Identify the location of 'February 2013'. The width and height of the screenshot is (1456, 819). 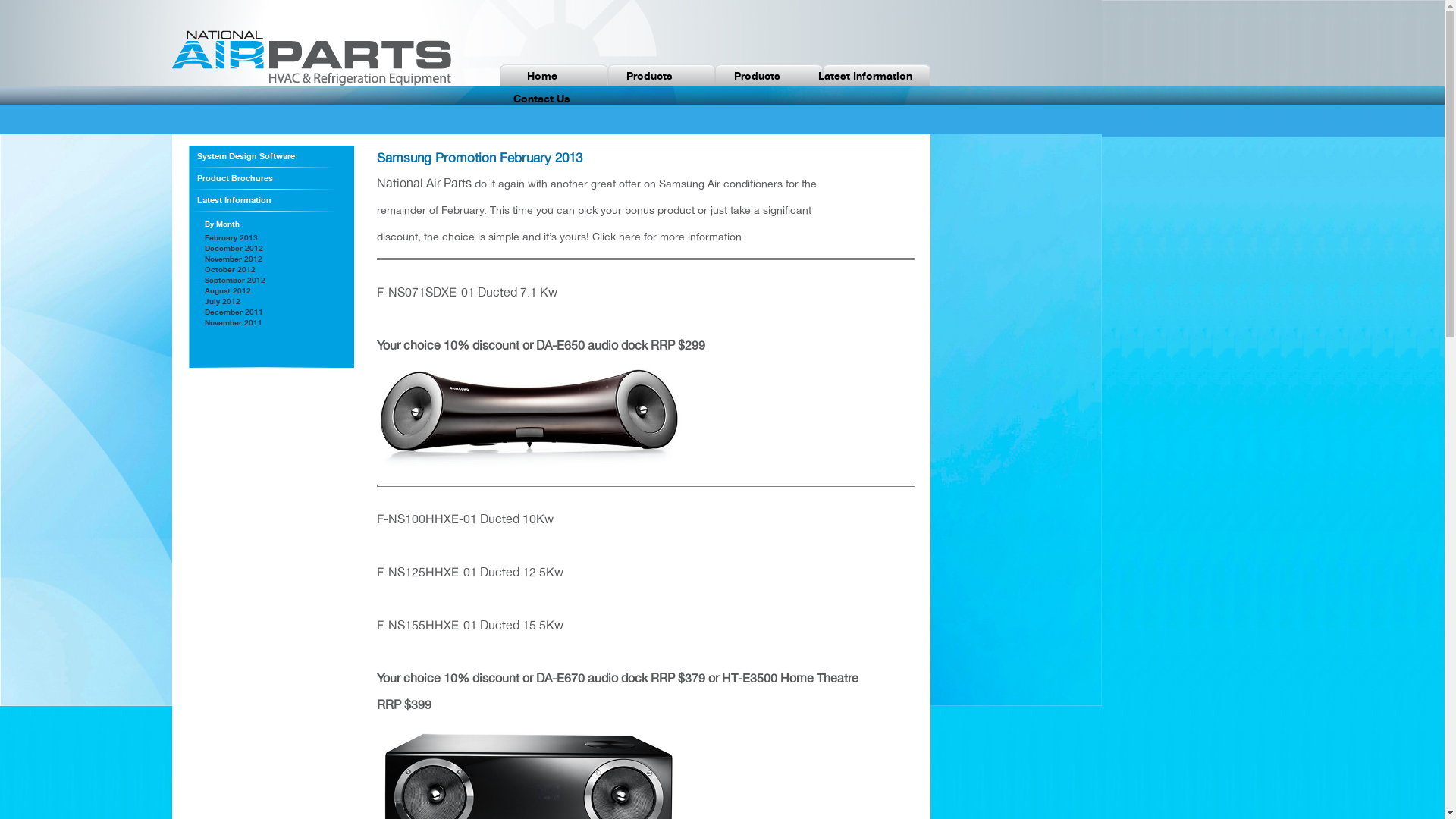
(231, 237).